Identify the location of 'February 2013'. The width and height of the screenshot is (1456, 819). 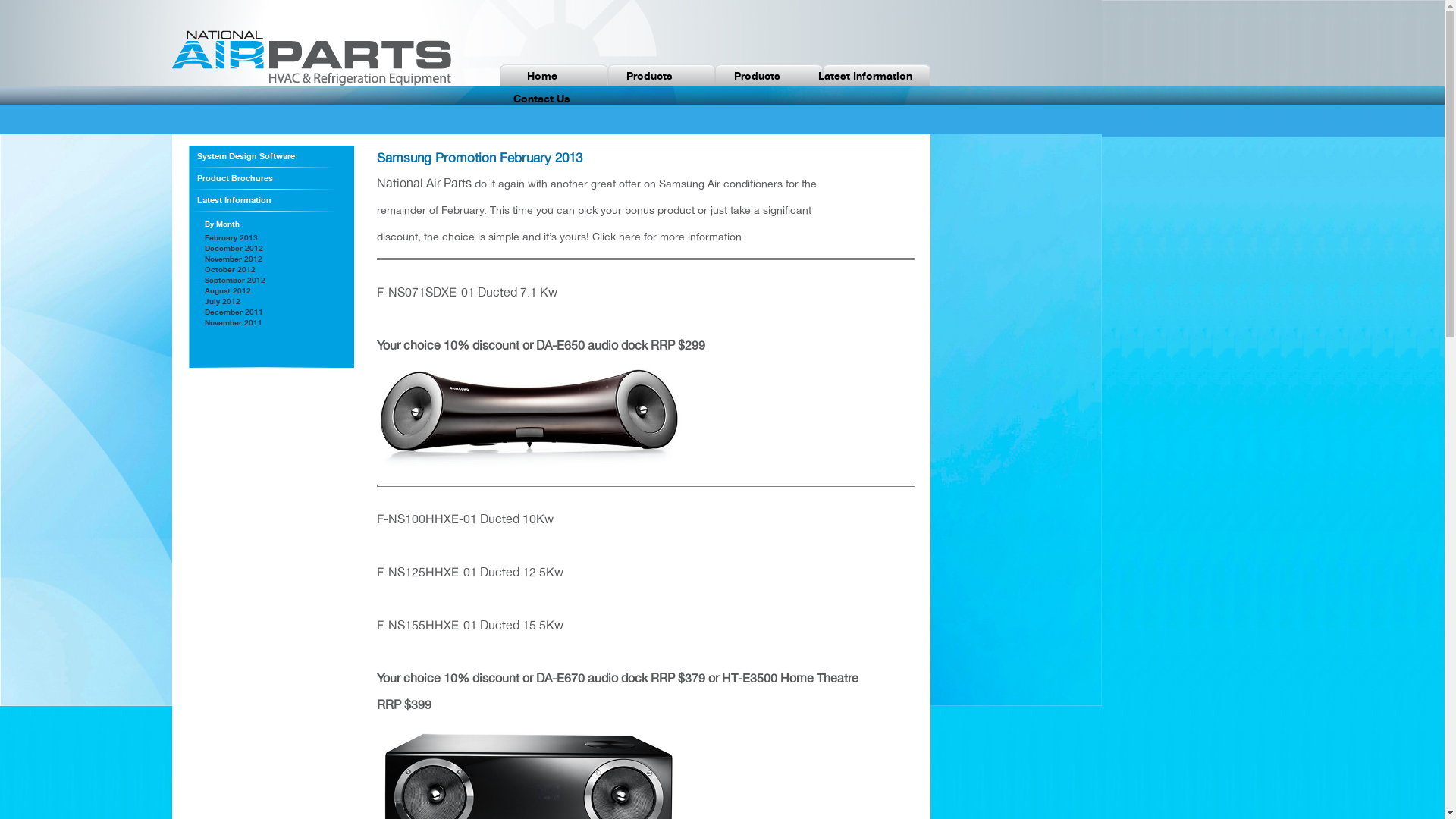
(231, 237).